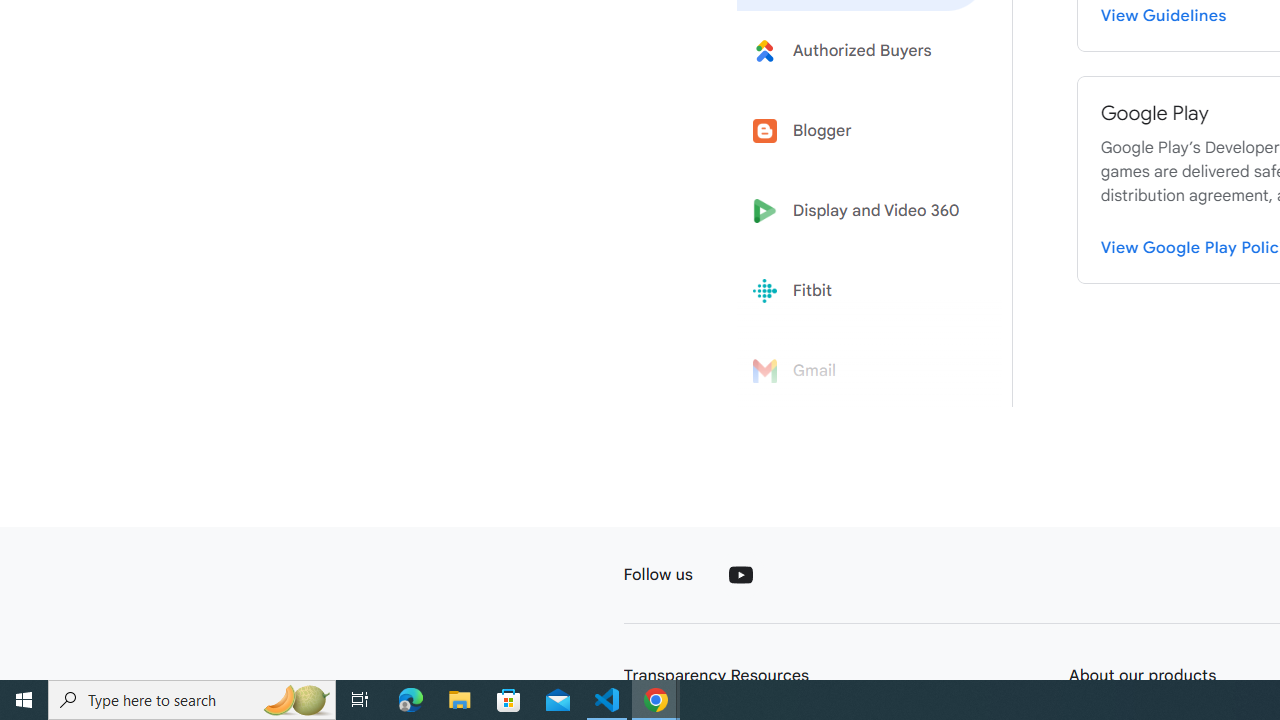 The width and height of the screenshot is (1280, 720). What do you see at coordinates (862, 49) in the screenshot?
I see `'Learn more about Authorized Buyers'` at bounding box center [862, 49].